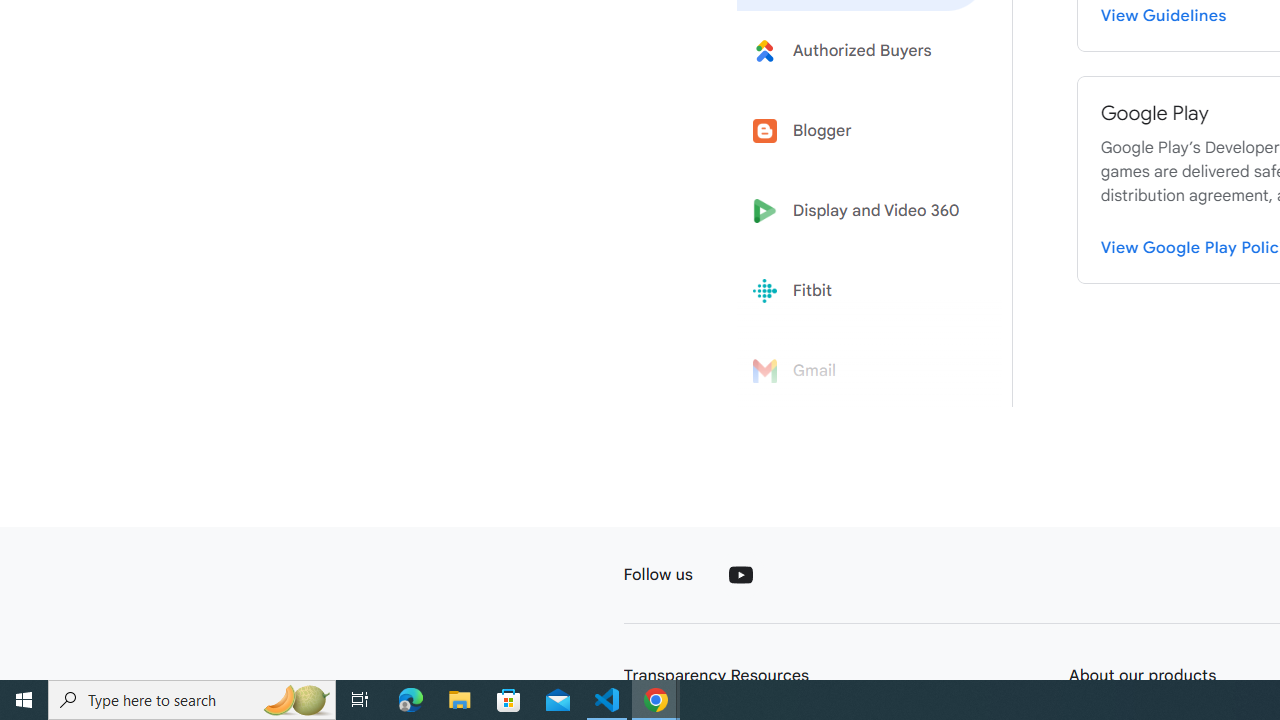 The width and height of the screenshot is (1280, 720). What do you see at coordinates (862, 49) in the screenshot?
I see `'Learn more about Authorized Buyers'` at bounding box center [862, 49].